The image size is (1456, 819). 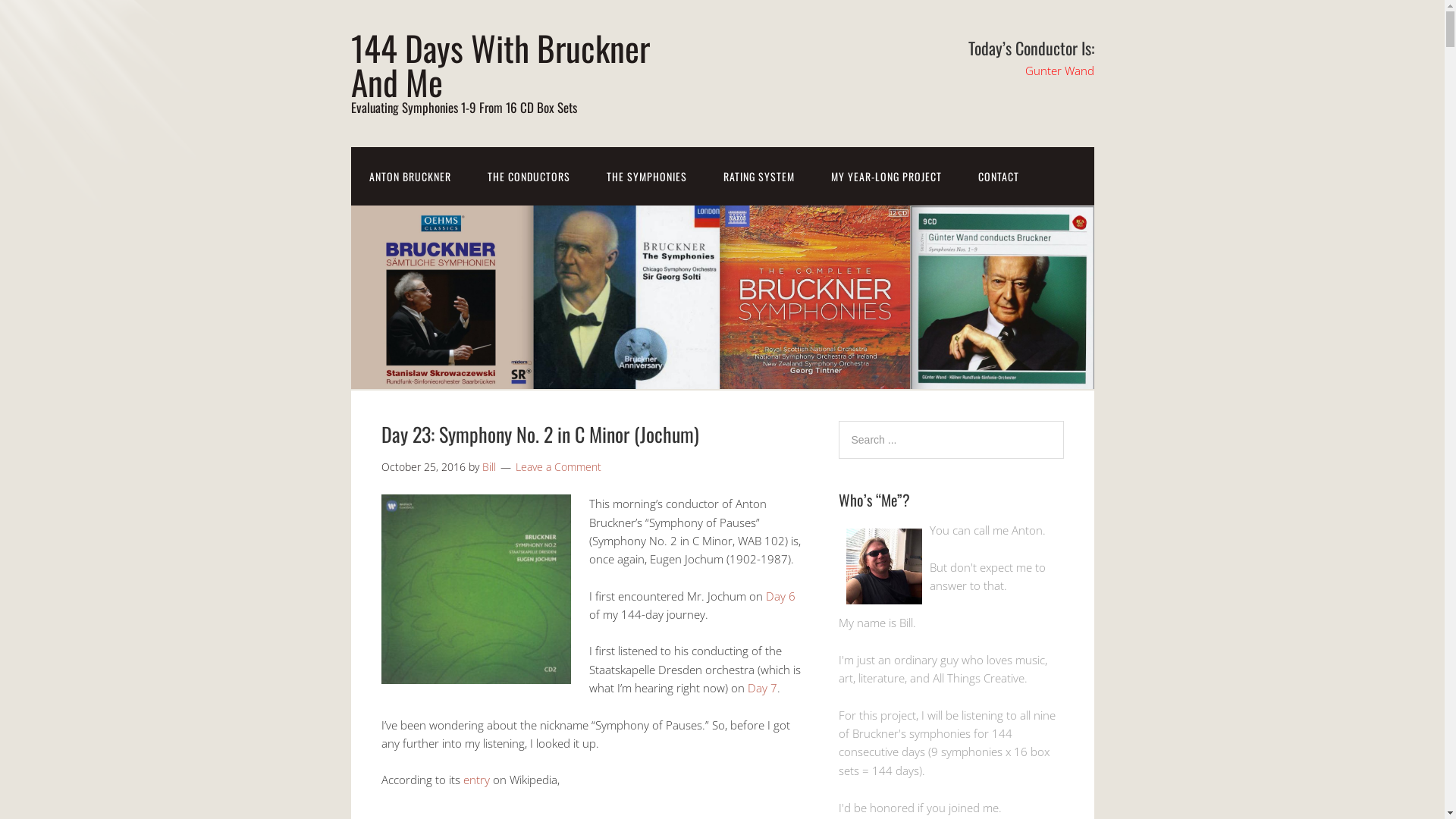 What do you see at coordinates (557, 466) in the screenshot?
I see `'Leave a Comment'` at bounding box center [557, 466].